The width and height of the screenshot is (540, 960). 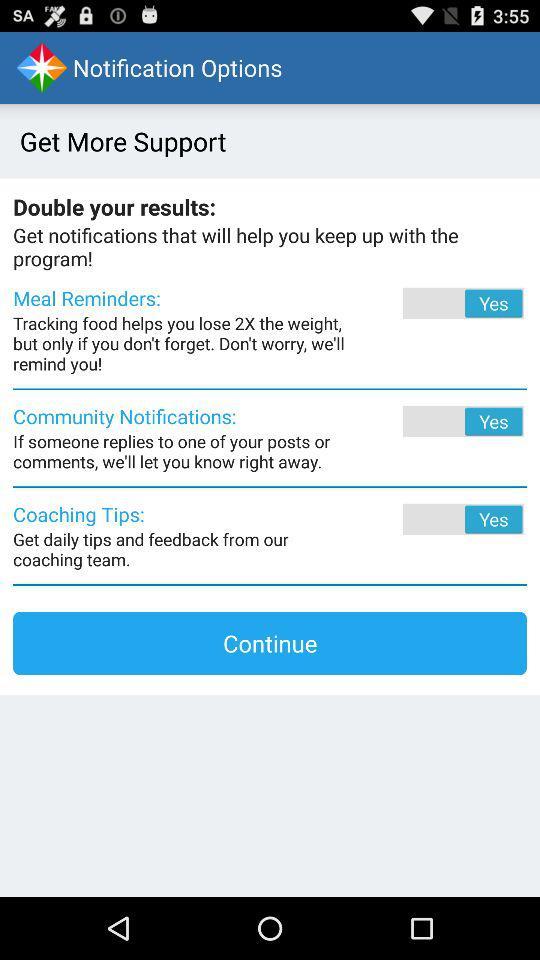 What do you see at coordinates (435, 303) in the screenshot?
I see `switch for meal reminders` at bounding box center [435, 303].